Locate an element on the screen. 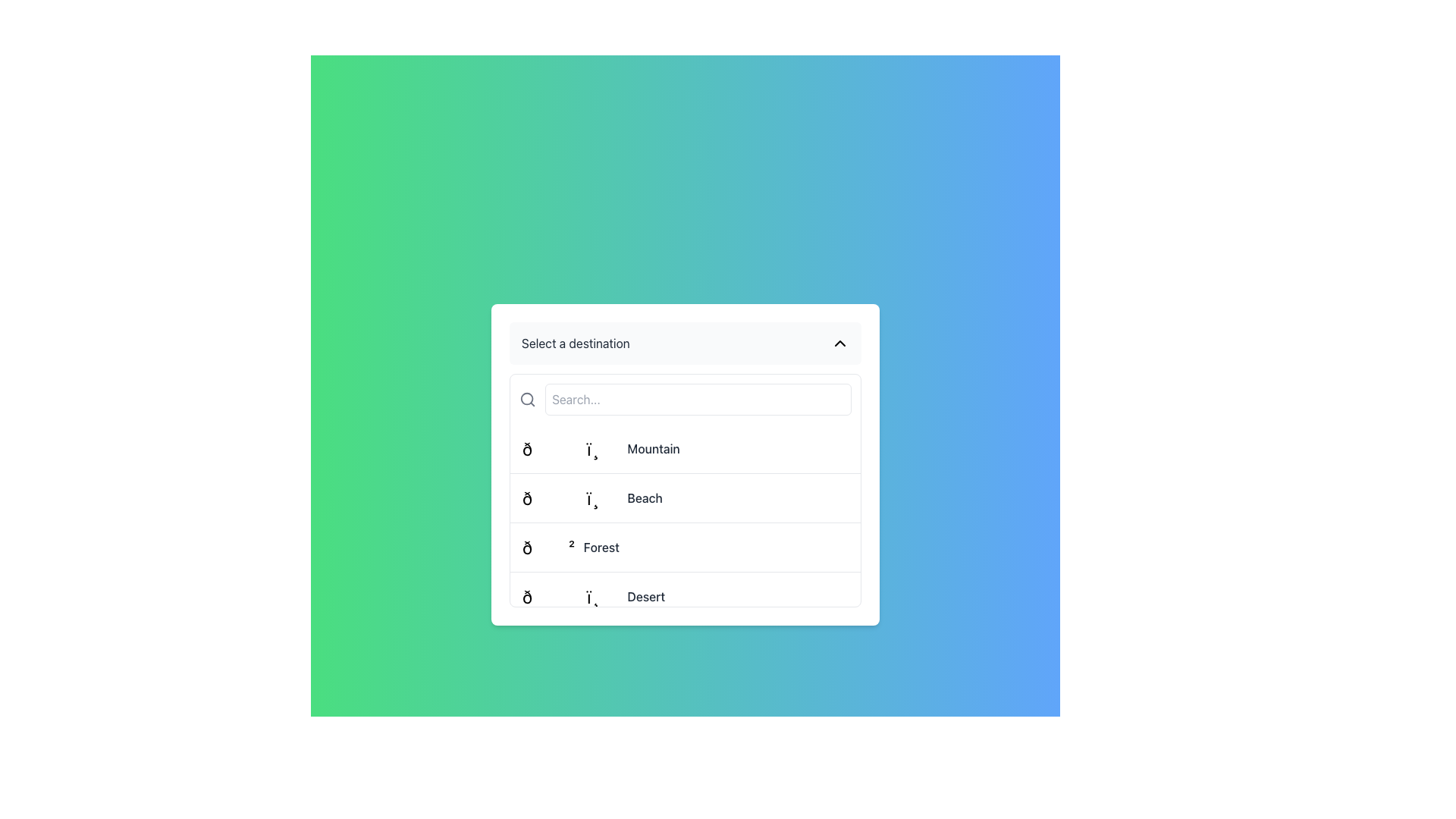 This screenshot has height=819, width=1456. the List option displaying 'Mountain' is located at coordinates (684, 447).